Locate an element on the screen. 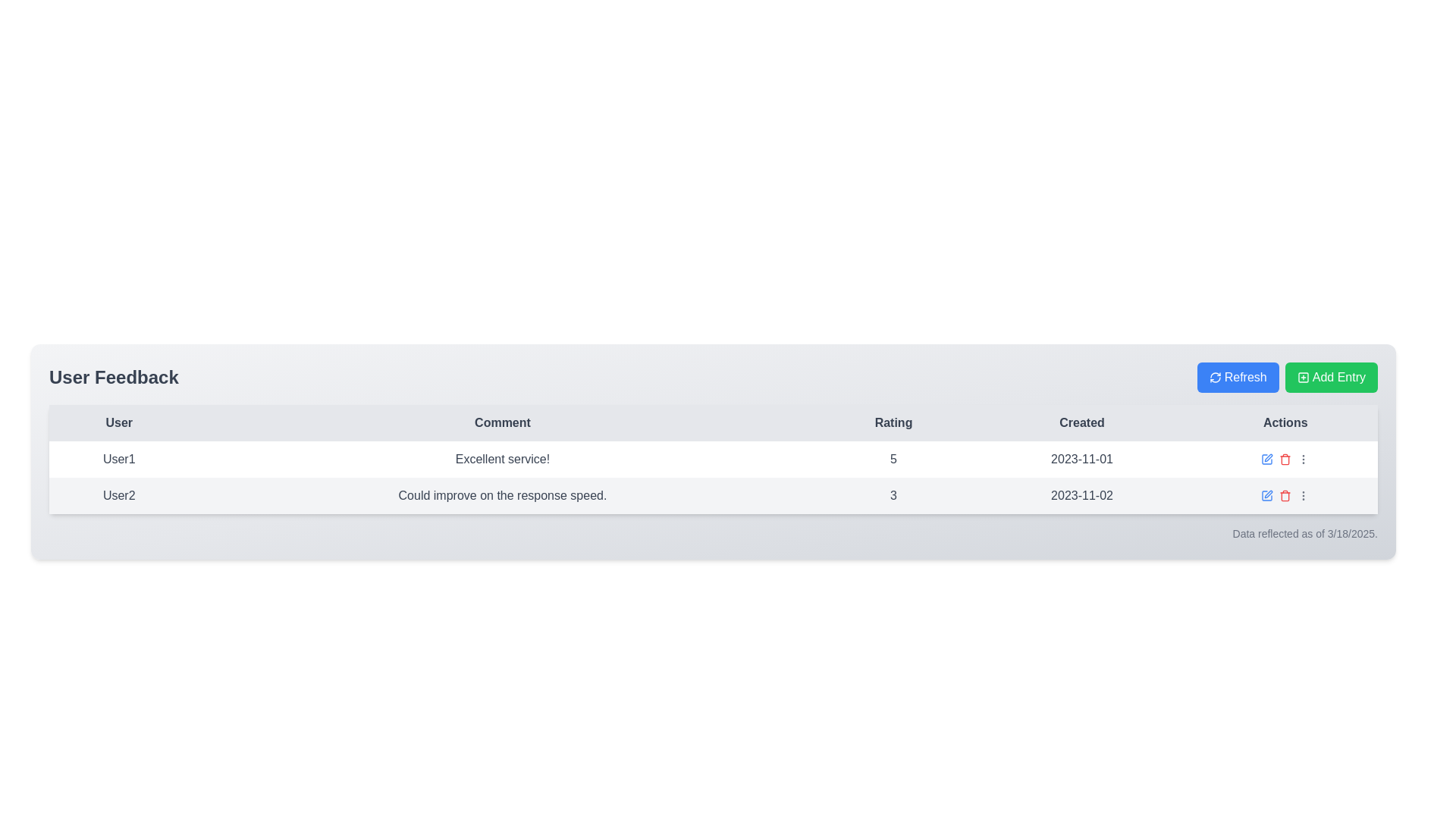 The width and height of the screenshot is (1456, 819). the Icon button in the 'Actions' column of the first row in the feedback table is located at coordinates (1267, 458).